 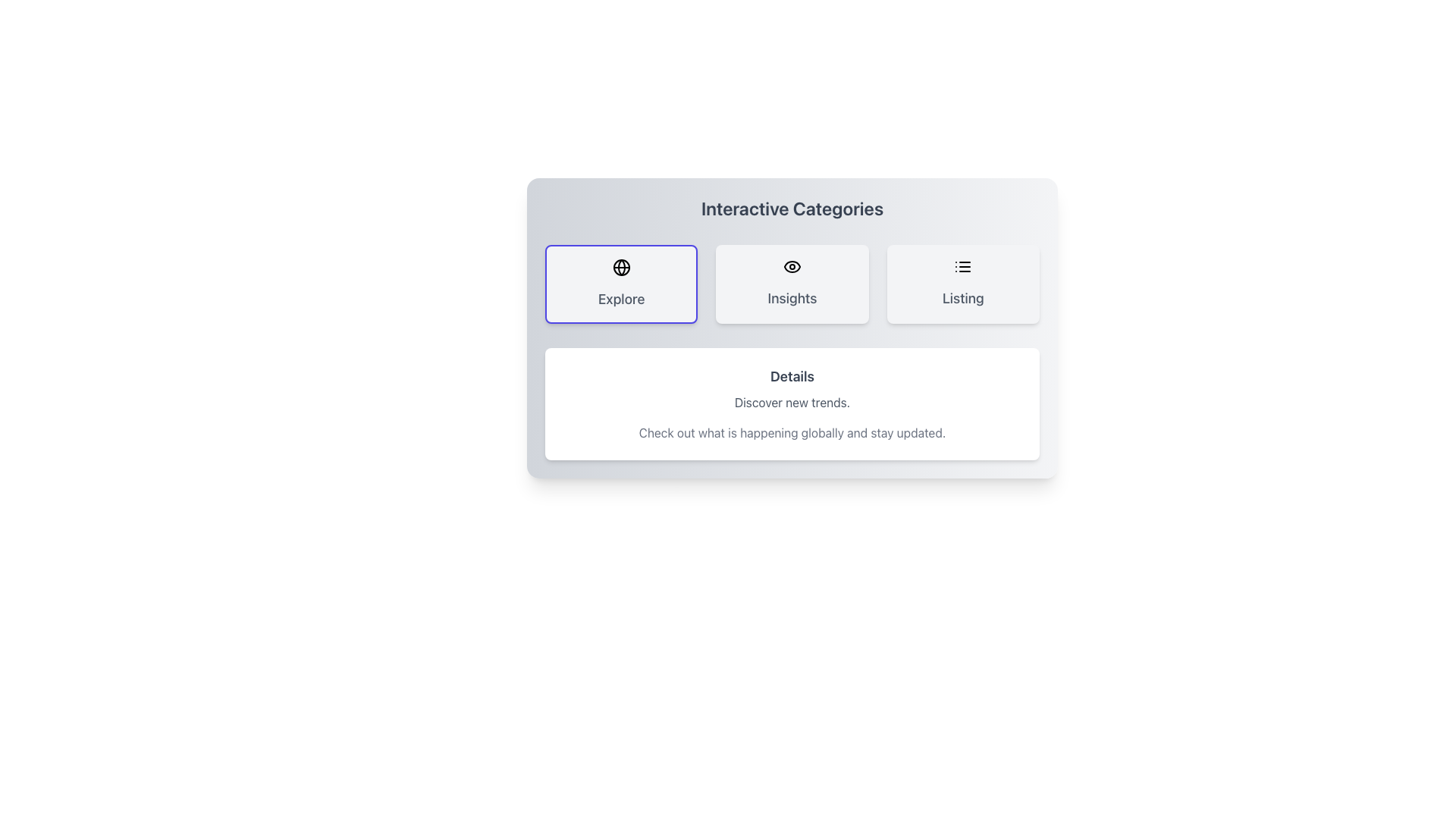 What do you see at coordinates (792, 208) in the screenshot?
I see `the text label displaying the title 'Interactive Categories', which is styled in a large, bold font and positioned at the top of the content card layout` at bounding box center [792, 208].